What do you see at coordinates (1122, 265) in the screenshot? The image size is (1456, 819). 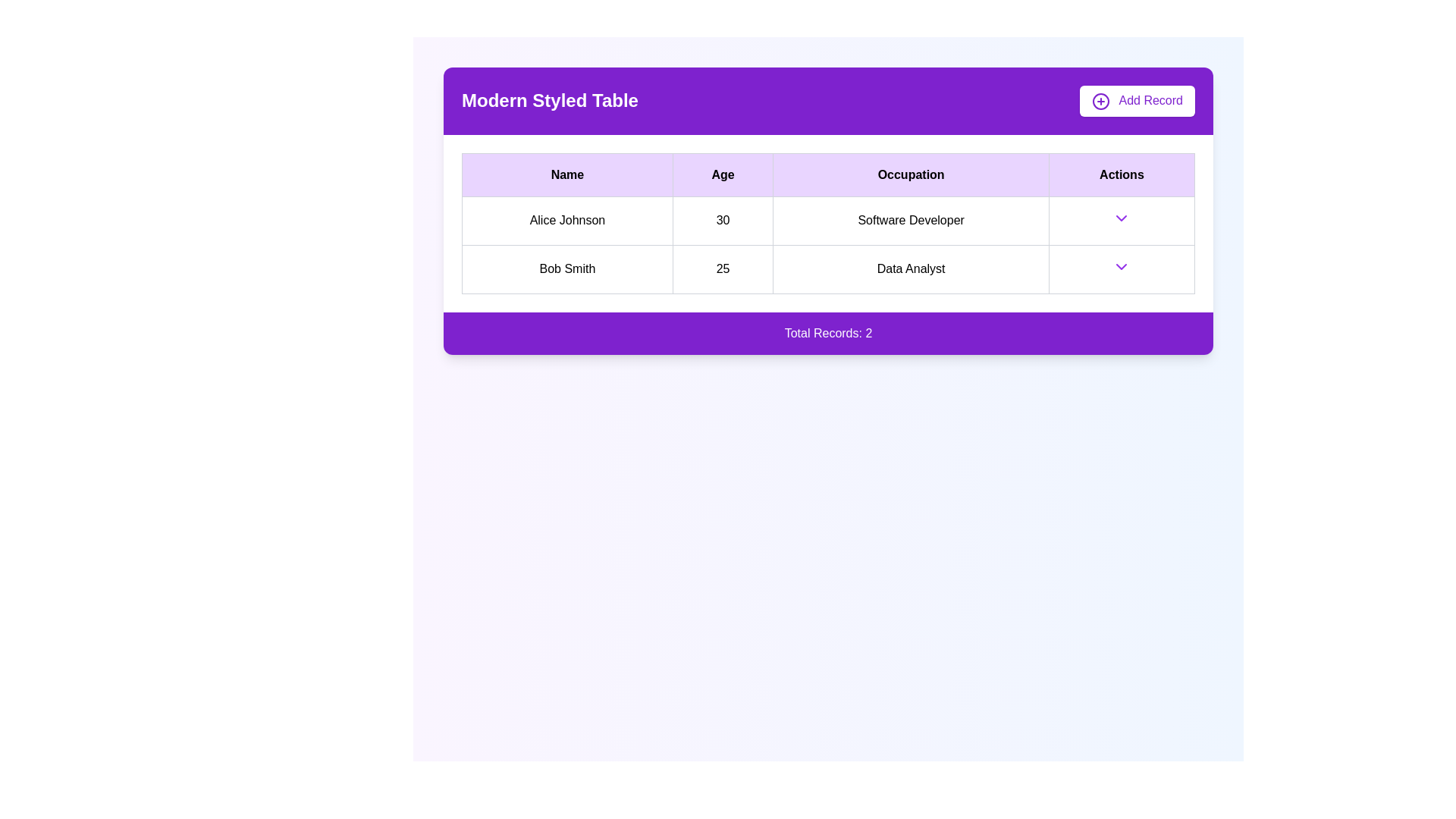 I see `the chevron icon button in the 'Actions' column` at bounding box center [1122, 265].